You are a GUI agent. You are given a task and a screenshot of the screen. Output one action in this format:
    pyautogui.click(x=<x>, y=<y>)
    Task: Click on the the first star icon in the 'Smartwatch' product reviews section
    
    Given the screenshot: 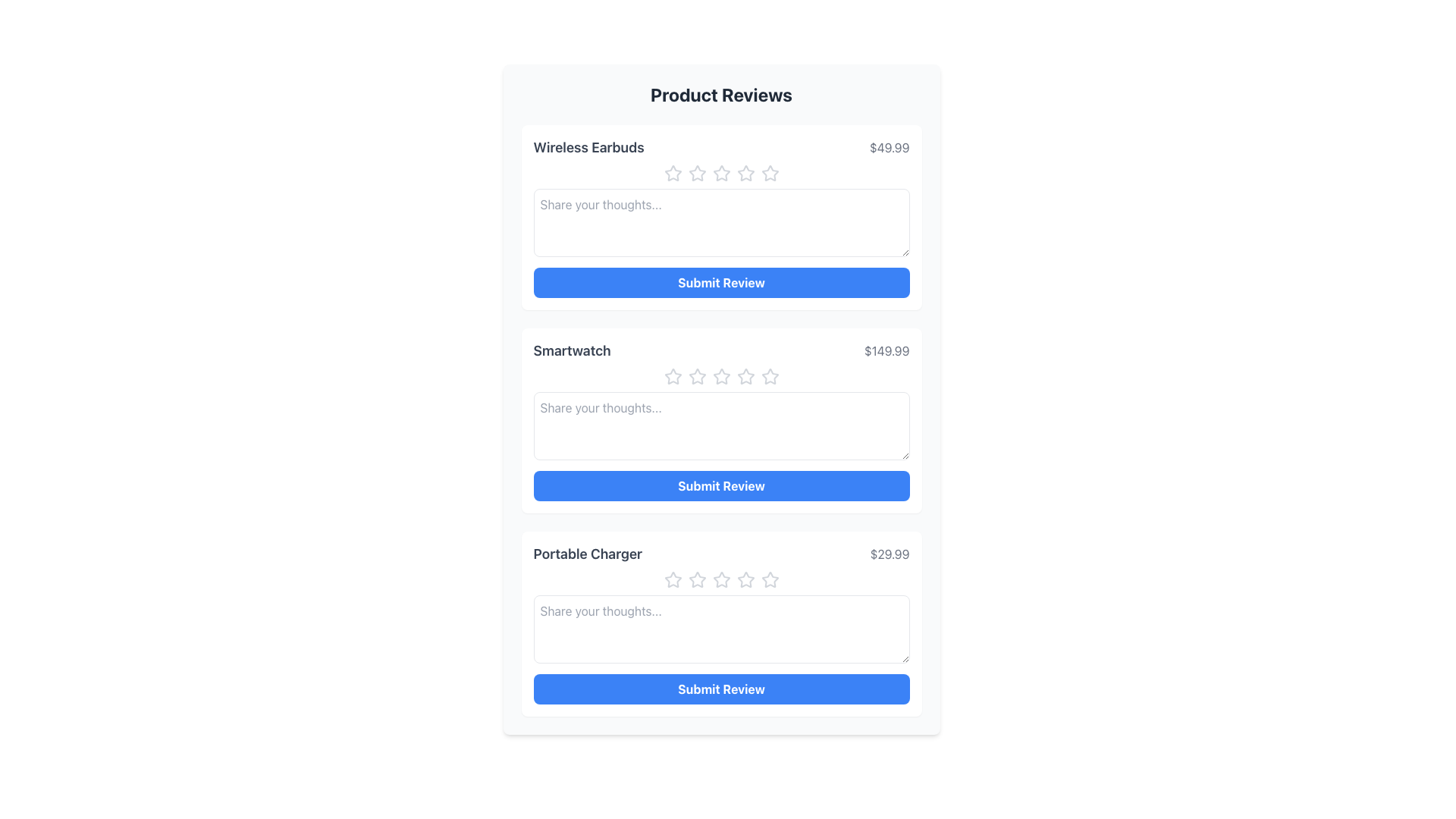 What is the action you would take?
    pyautogui.click(x=672, y=376)
    